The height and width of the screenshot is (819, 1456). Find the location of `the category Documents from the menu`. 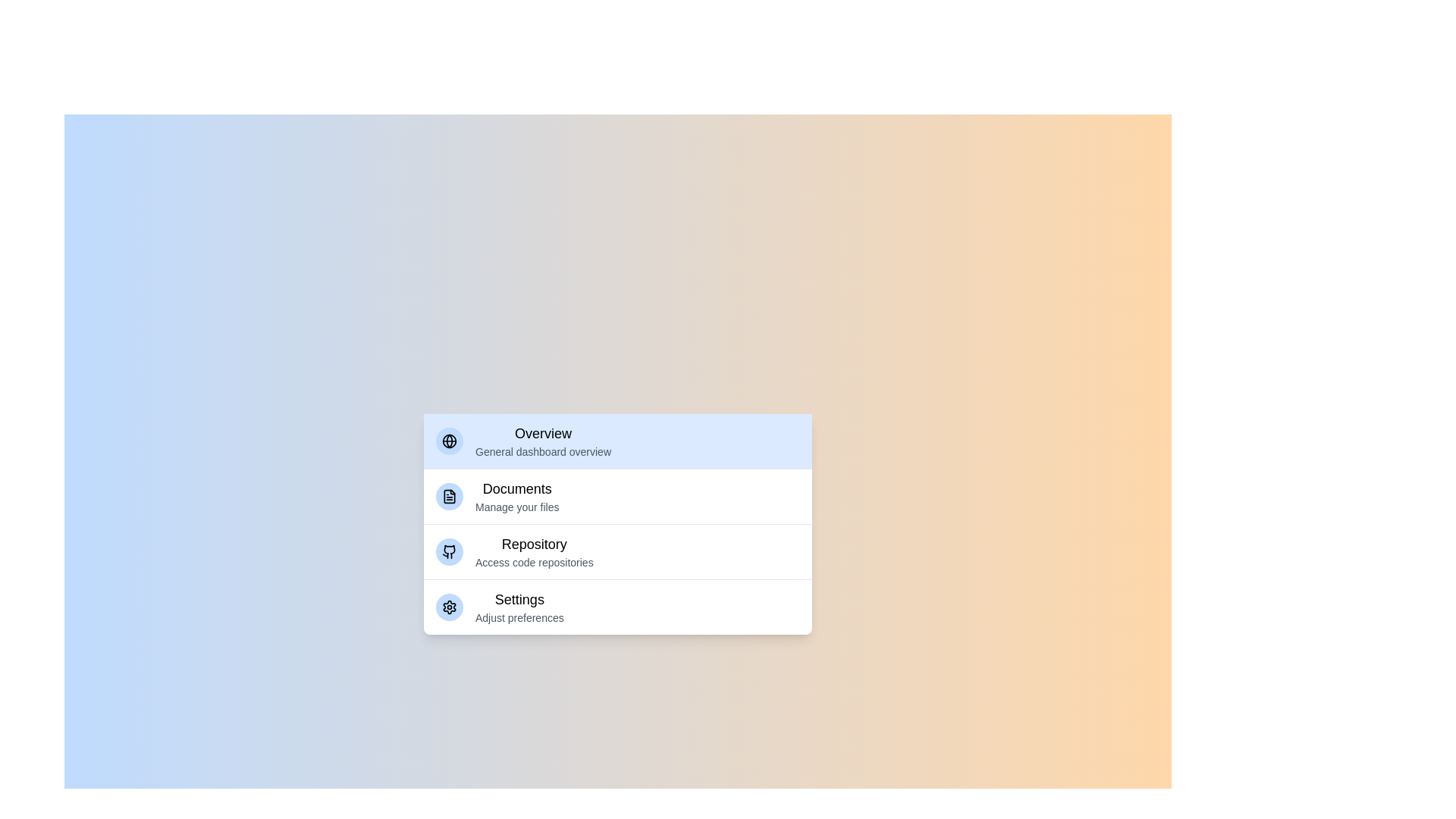

the category Documents from the menu is located at coordinates (618, 496).